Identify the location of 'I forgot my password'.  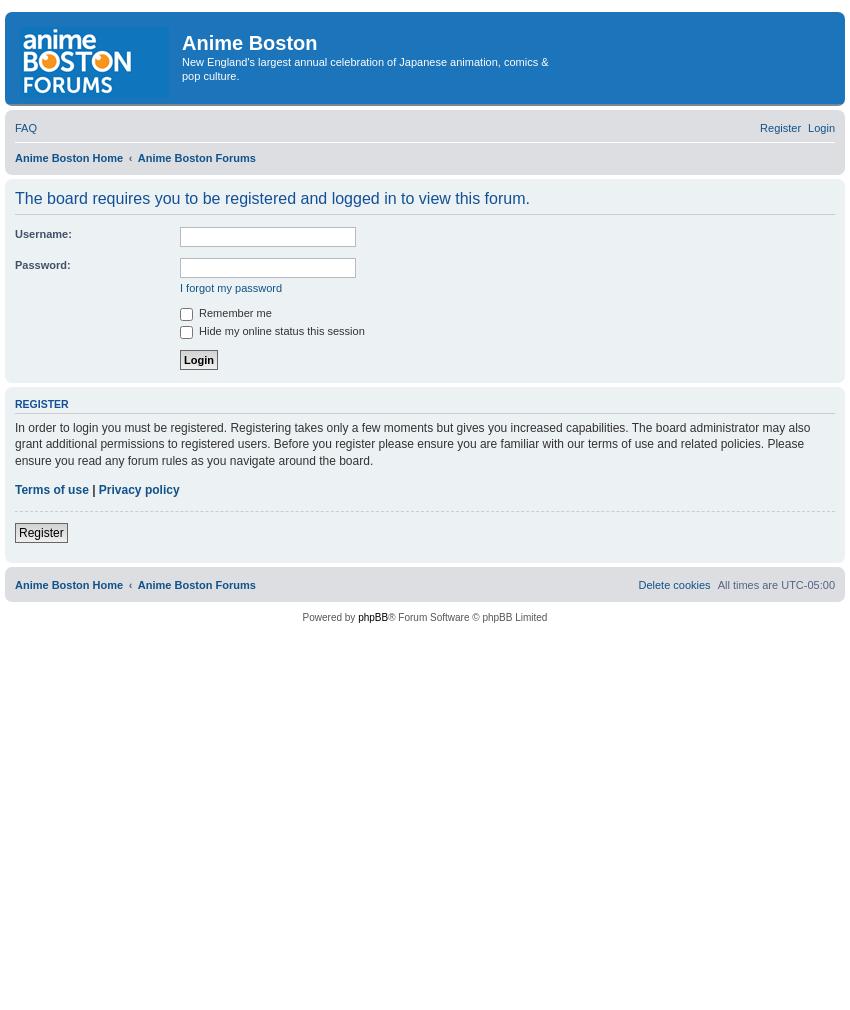
(231, 287).